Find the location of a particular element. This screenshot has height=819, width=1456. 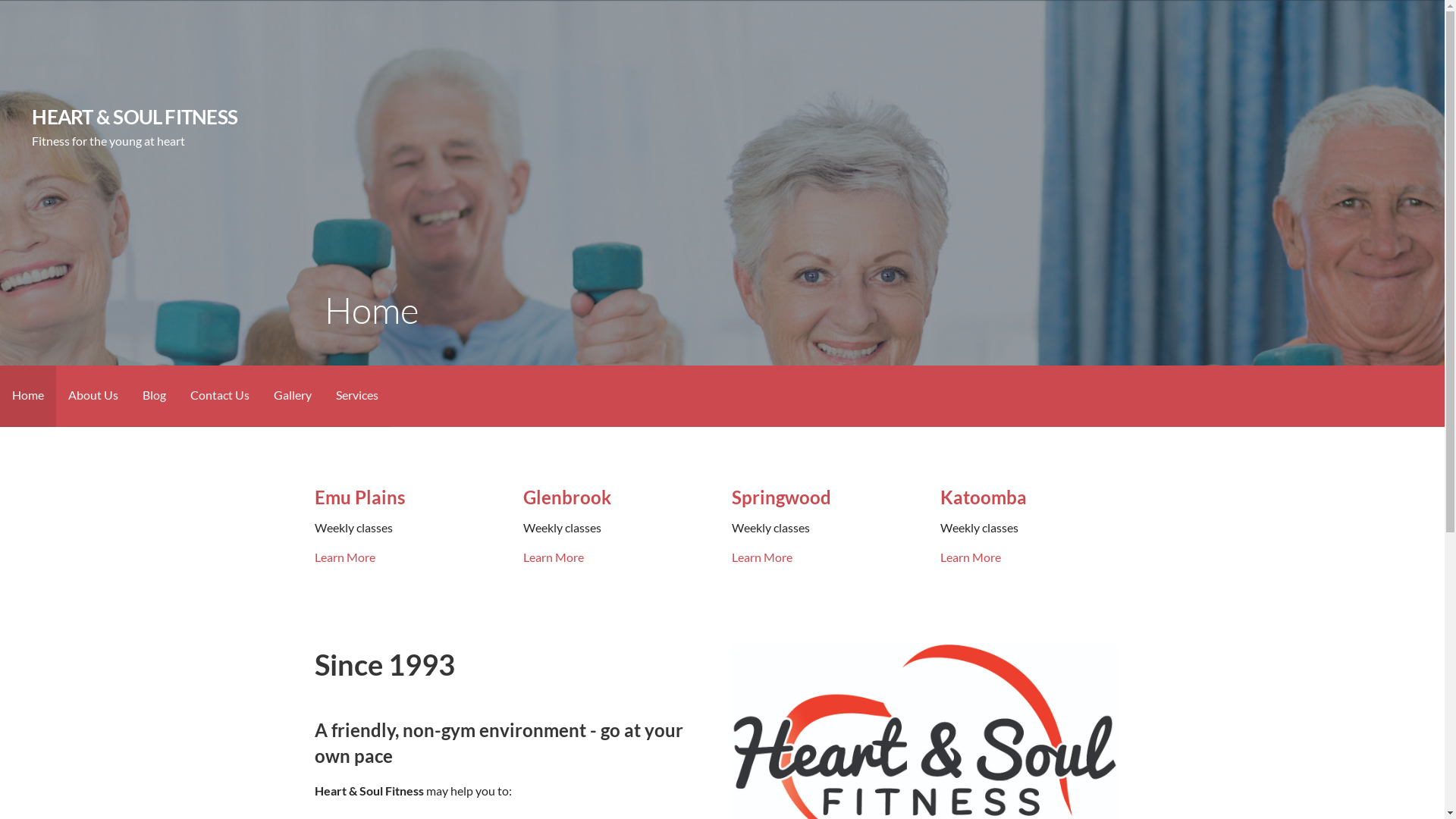

'Learn More' is located at coordinates (344, 557).